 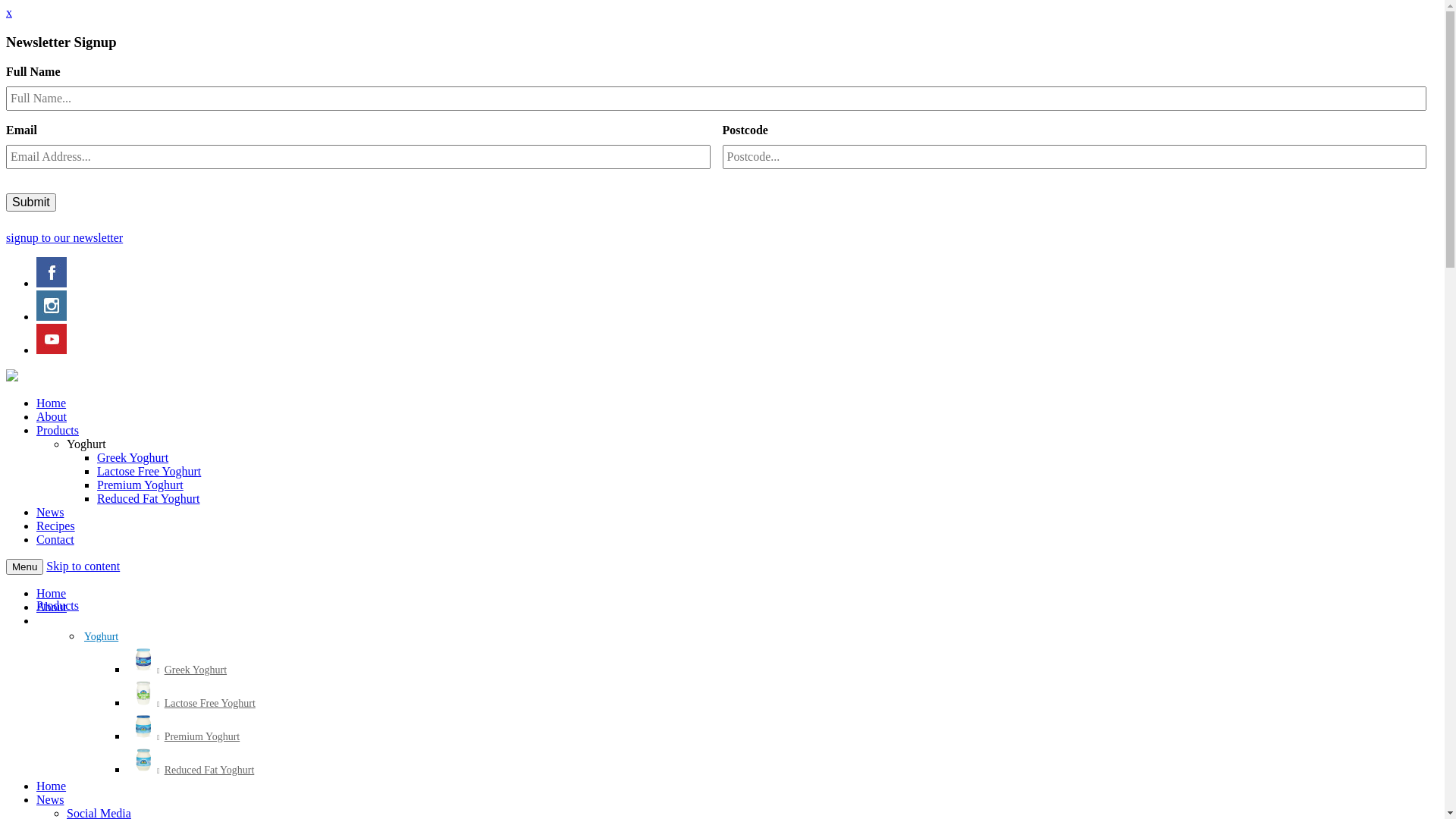 I want to click on 'Reduced Fat Yoghurt', so click(x=96, y=498).